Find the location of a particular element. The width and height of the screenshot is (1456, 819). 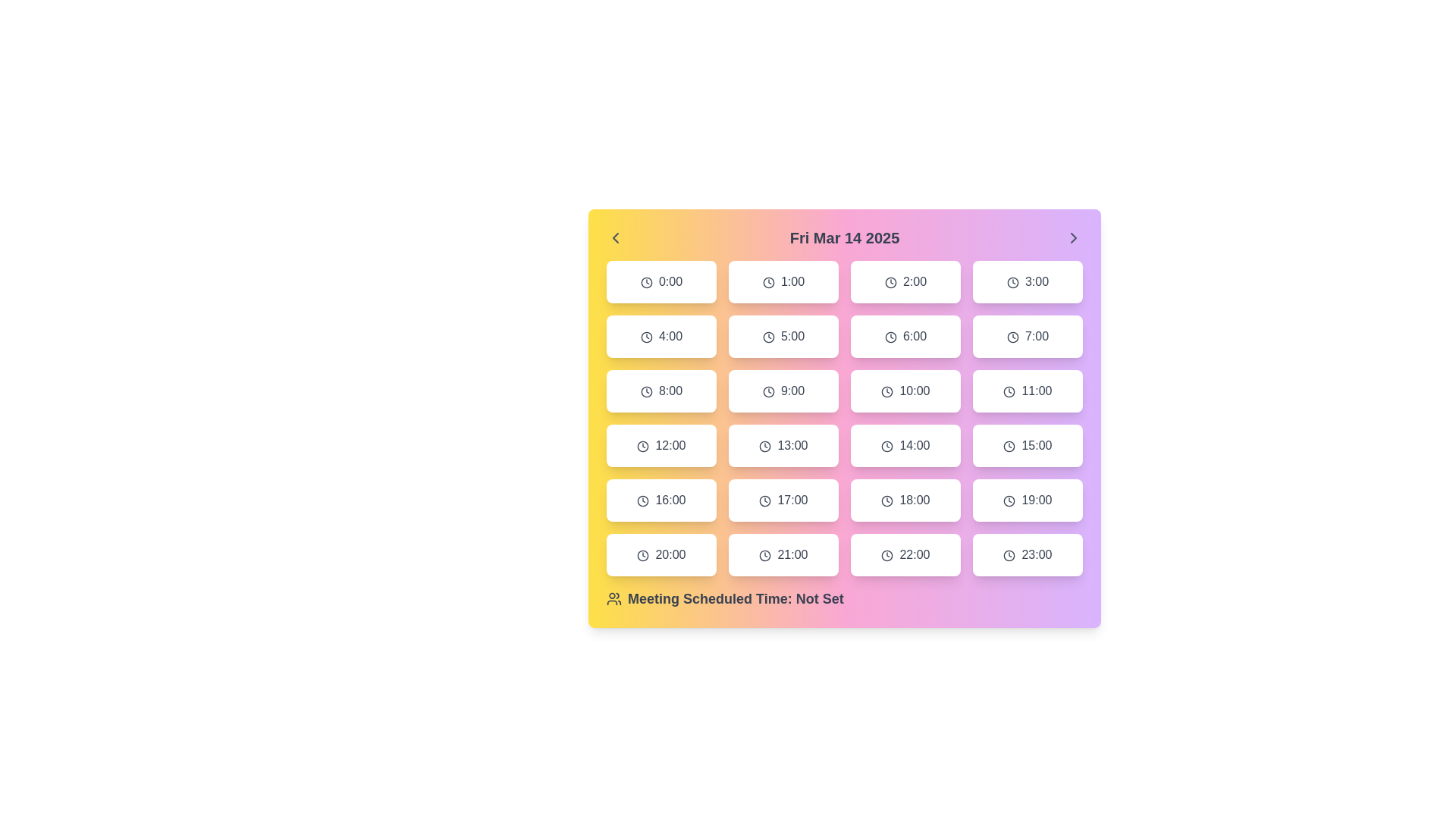

the clock icon inside the button labeled '9:00' is located at coordinates (768, 391).